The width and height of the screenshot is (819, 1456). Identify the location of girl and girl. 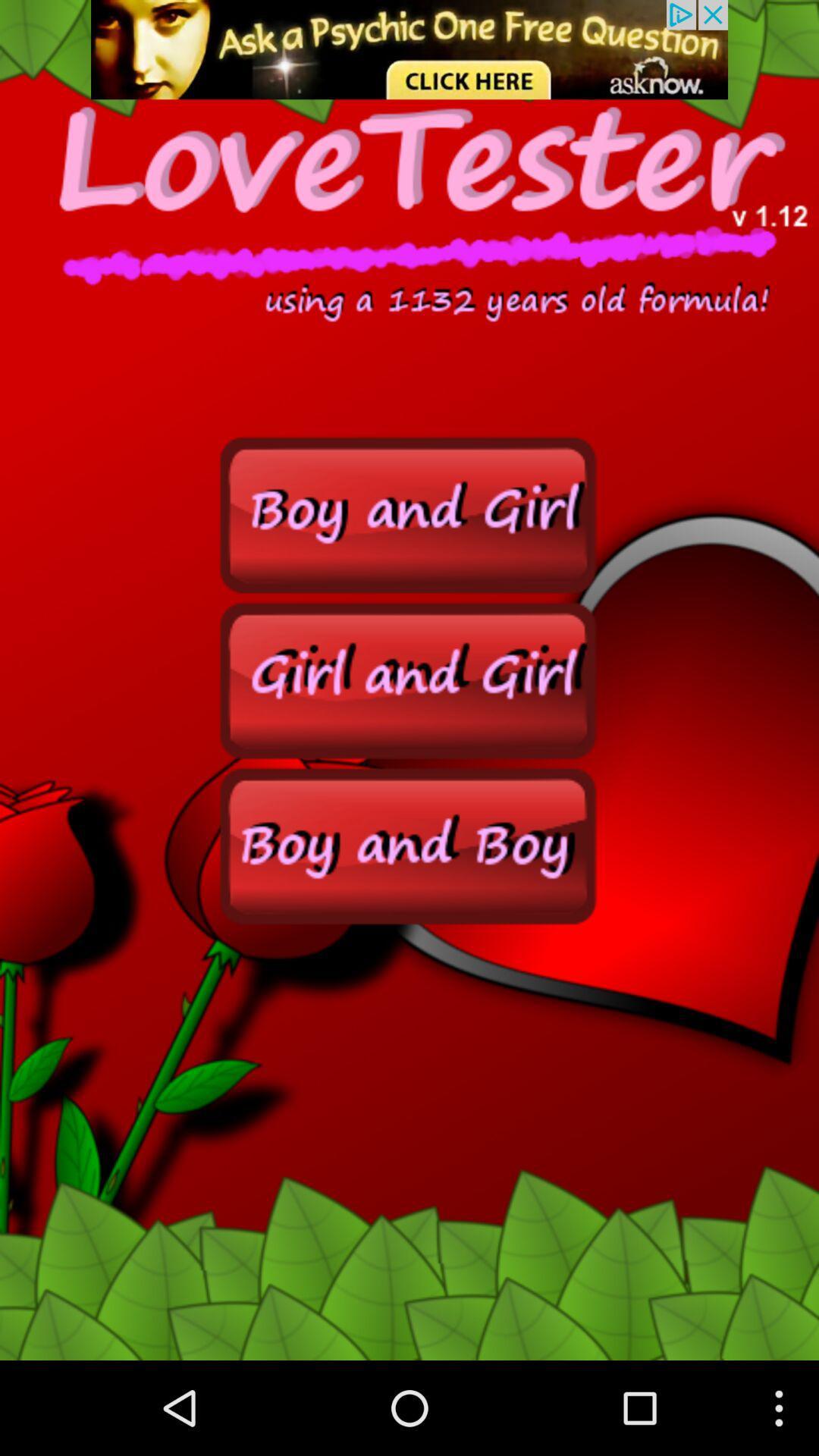
(409, 679).